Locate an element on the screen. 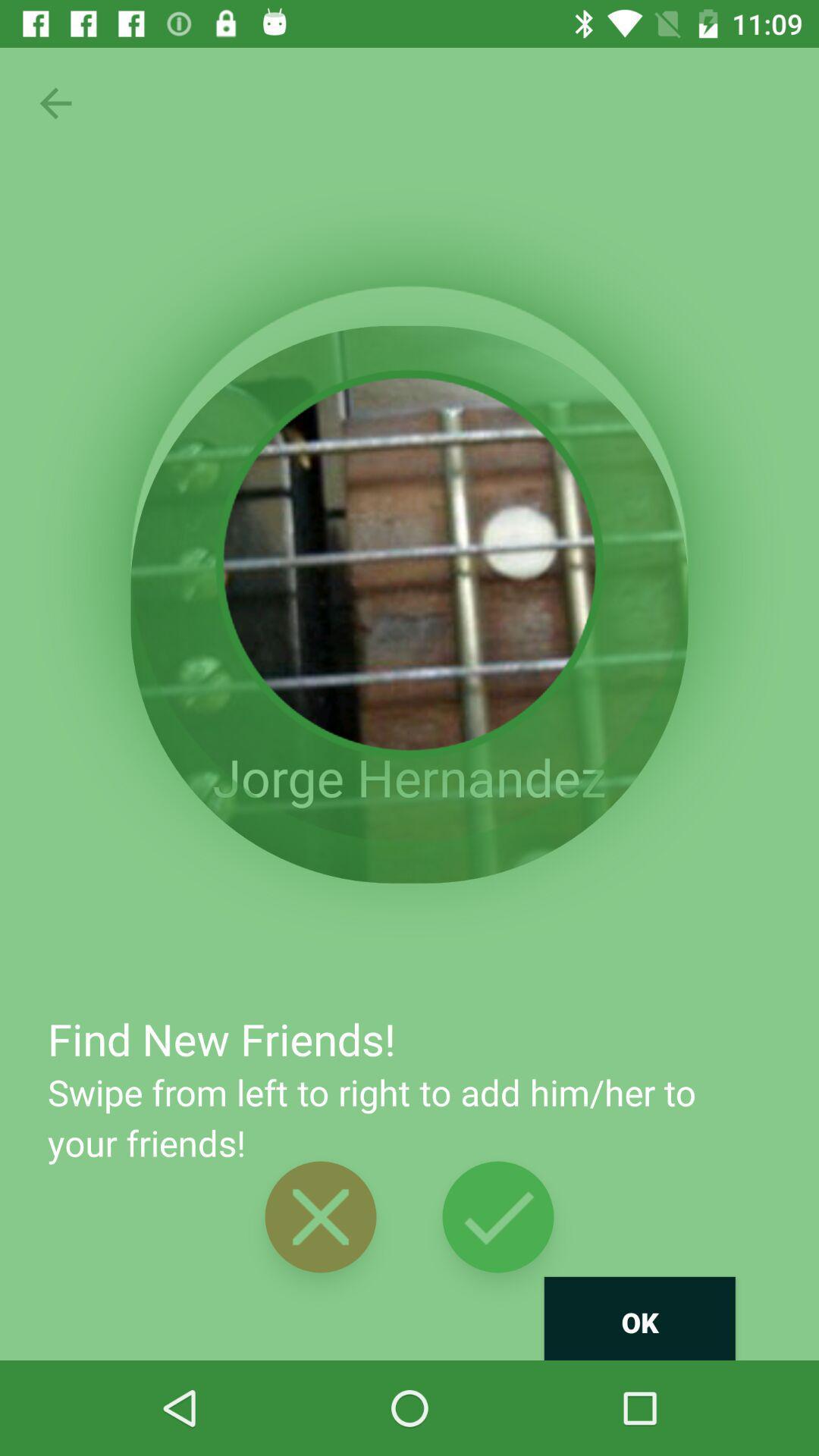 The width and height of the screenshot is (819, 1456). the button is used to closed delete option is located at coordinates (320, 1216).